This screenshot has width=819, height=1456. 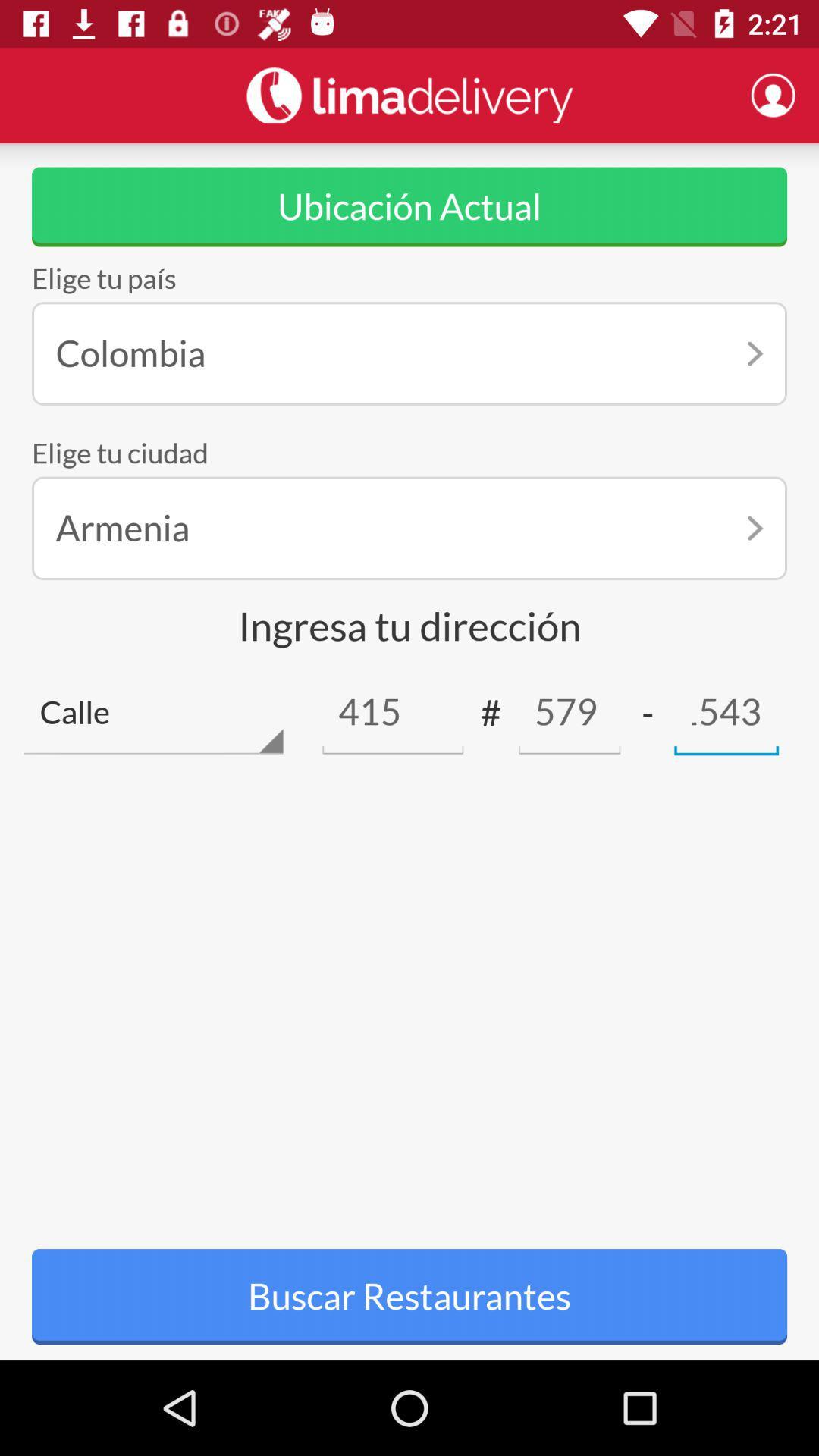 What do you see at coordinates (773, 94) in the screenshot?
I see `profile button` at bounding box center [773, 94].